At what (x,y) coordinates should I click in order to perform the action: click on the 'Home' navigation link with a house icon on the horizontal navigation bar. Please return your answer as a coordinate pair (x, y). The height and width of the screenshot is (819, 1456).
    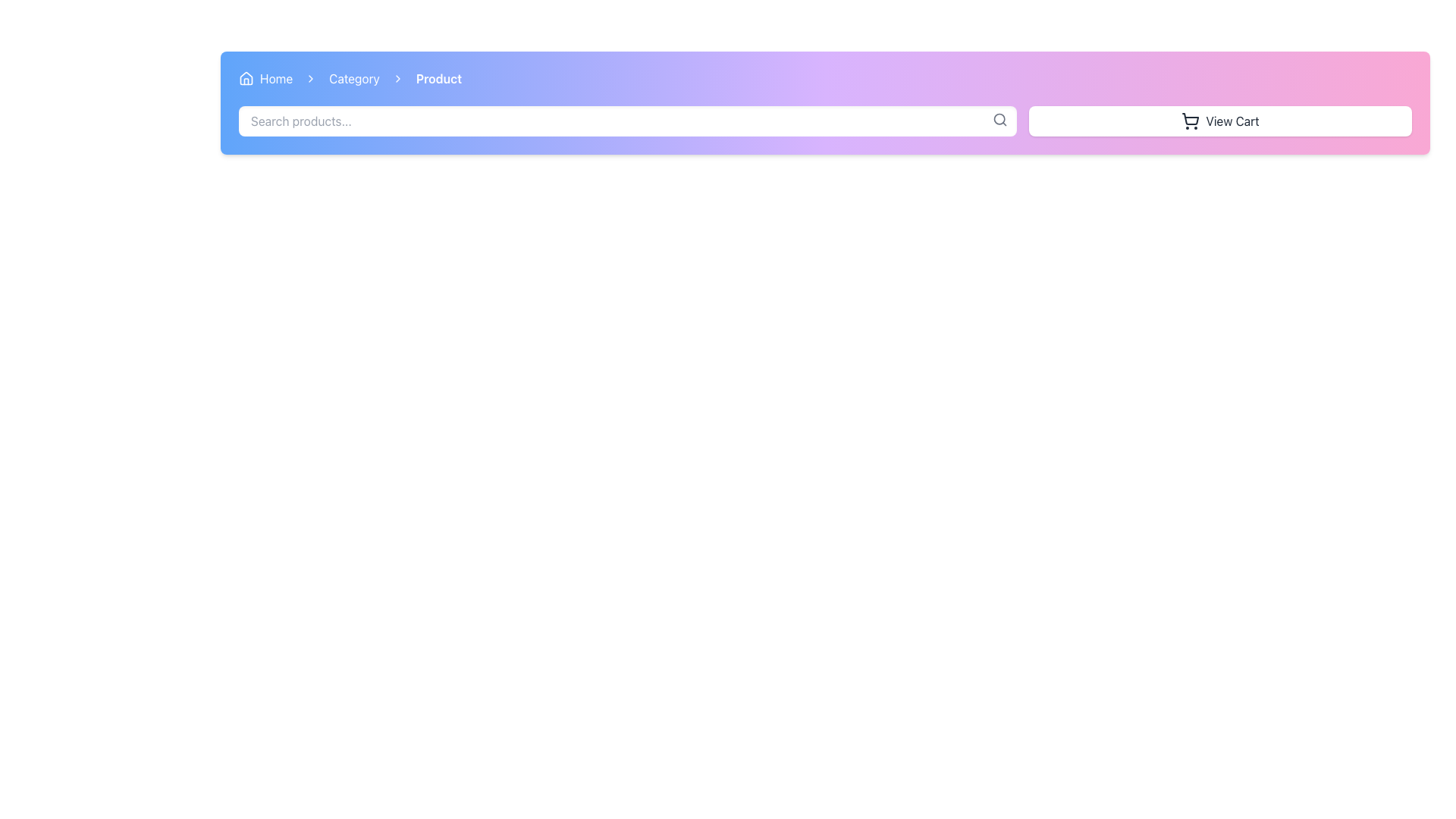
    Looking at the image, I should click on (265, 79).